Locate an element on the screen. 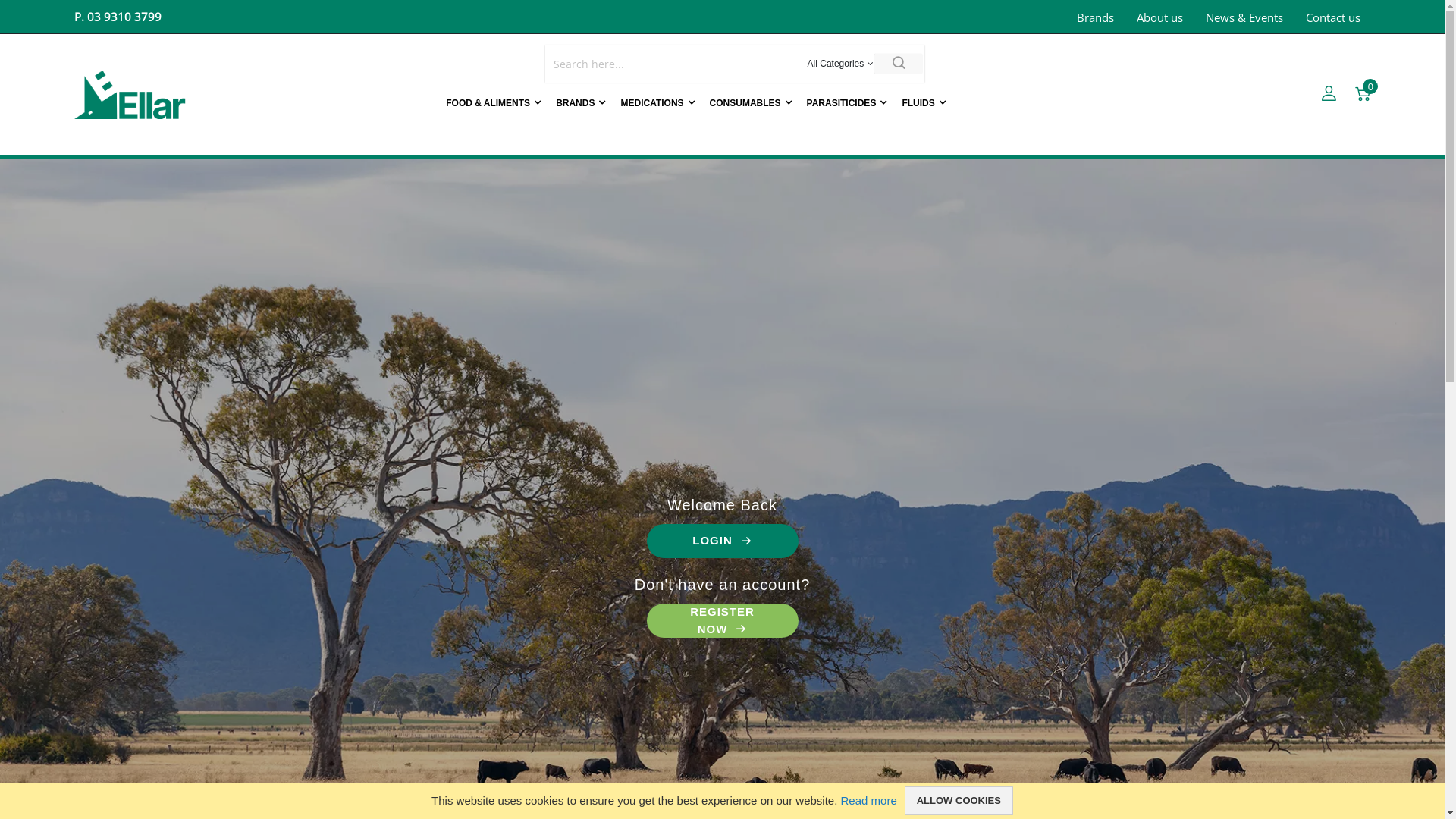 The height and width of the screenshot is (819, 1456). 'Read more' is located at coordinates (869, 800).